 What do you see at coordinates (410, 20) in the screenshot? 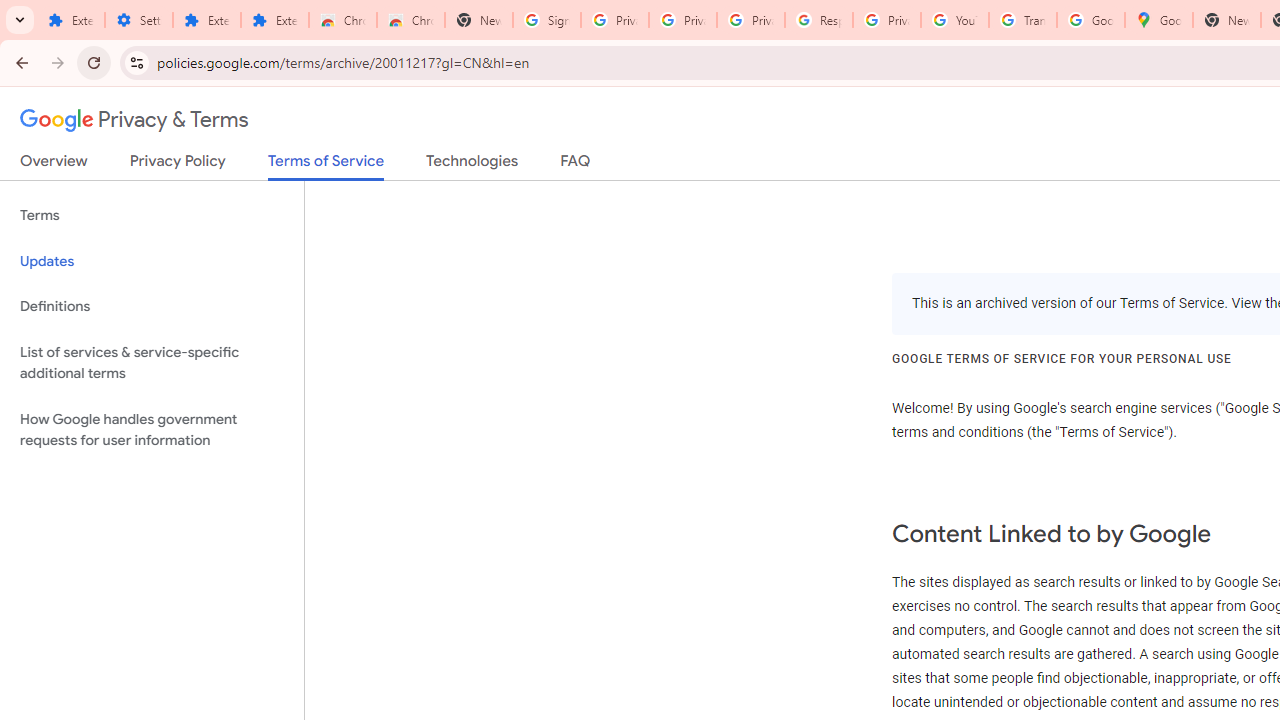
I see `'Chrome Web Store - Themes'` at bounding box center [410, 20].